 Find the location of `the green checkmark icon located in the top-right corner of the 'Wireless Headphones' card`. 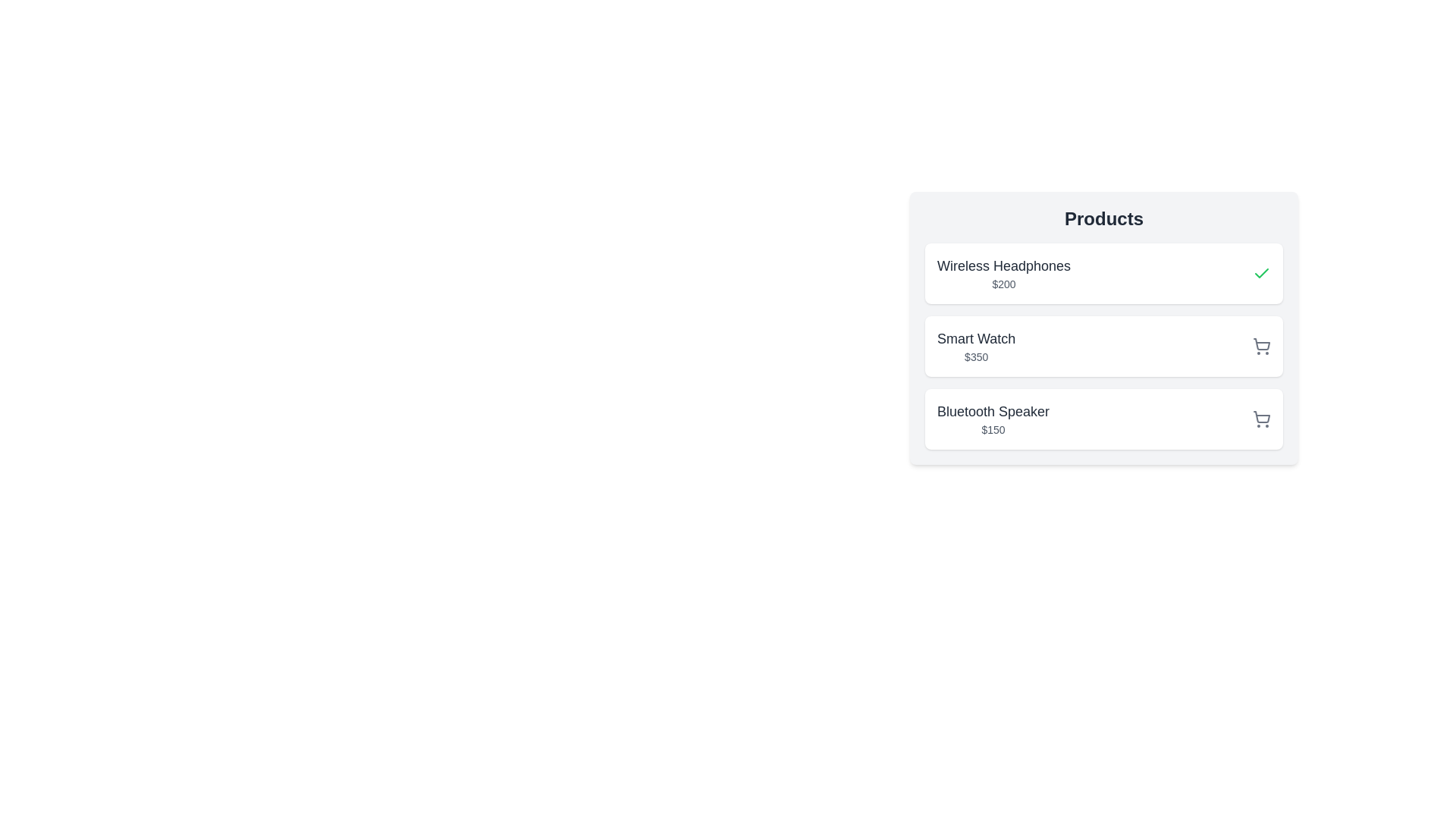

the green checkmark icon located in the top-right corner of the 'Wireless Headphones' card is located at coordinates (1262, 274).